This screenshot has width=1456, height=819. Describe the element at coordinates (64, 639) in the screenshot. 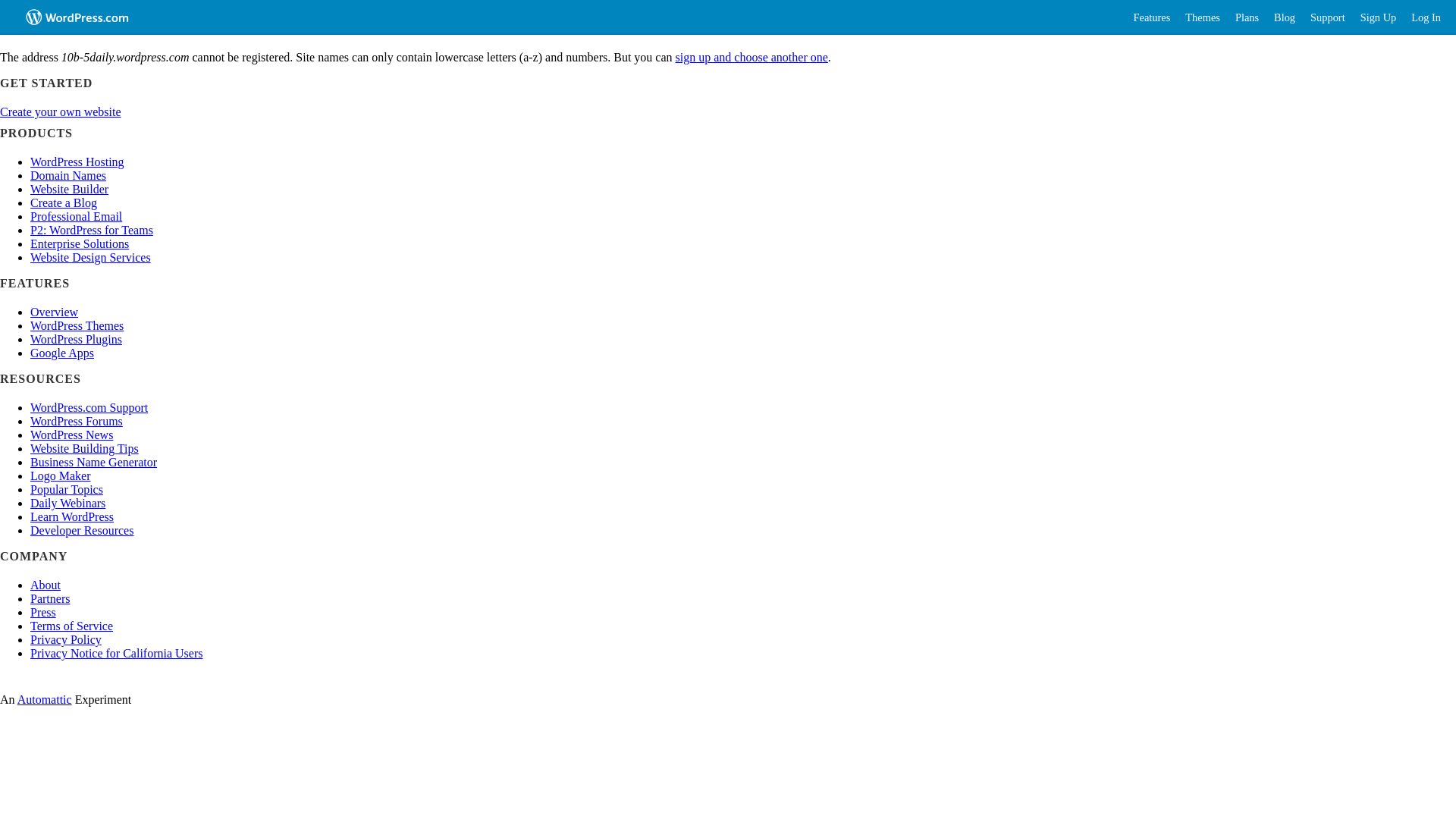

I see `'Privacy Policy'` at that location.